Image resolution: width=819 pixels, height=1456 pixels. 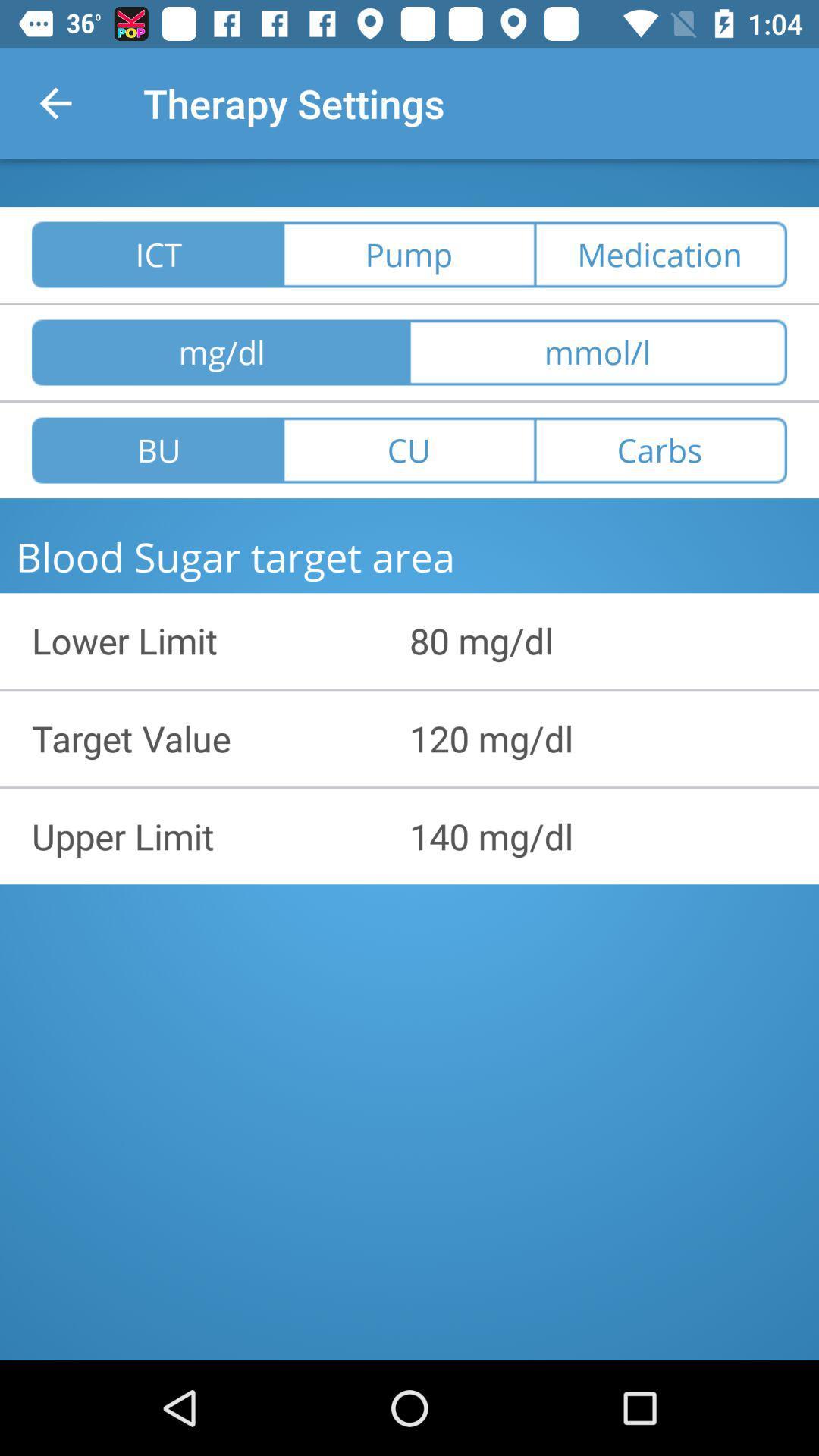 What do you see at coordinates (408, 255) in the screenshot?
I see `the icon next to the ict icon` at bounding box center [408, 255].